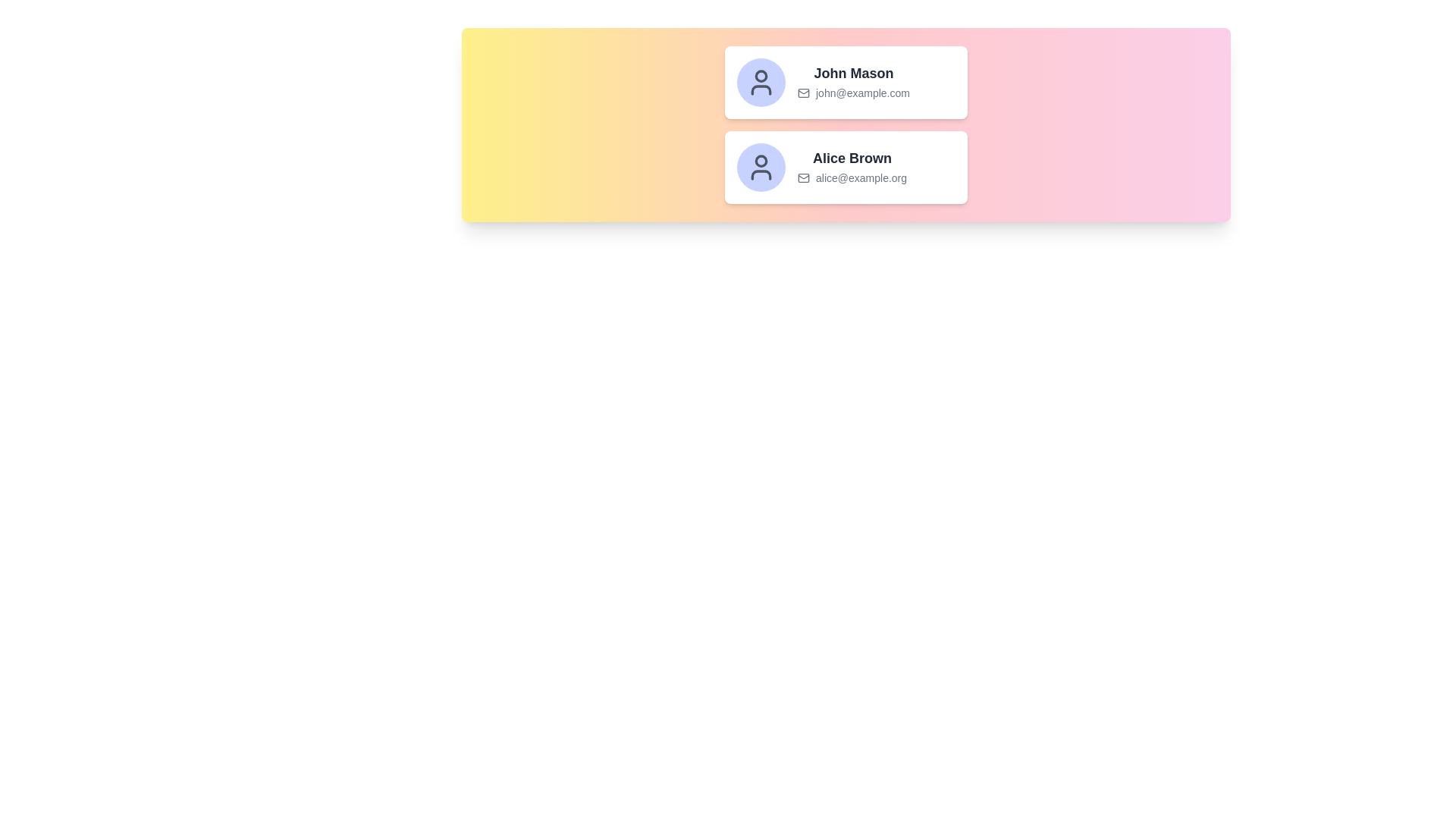 Image resolution: width=1456 pixels, height=819 pixels. I want to click on the profile icon of 'Alice Brown', which is a user silhouette icon with a gray outline and transparent fill, located in a light blue circular background to the left of her name and email address, so click(761, 167).